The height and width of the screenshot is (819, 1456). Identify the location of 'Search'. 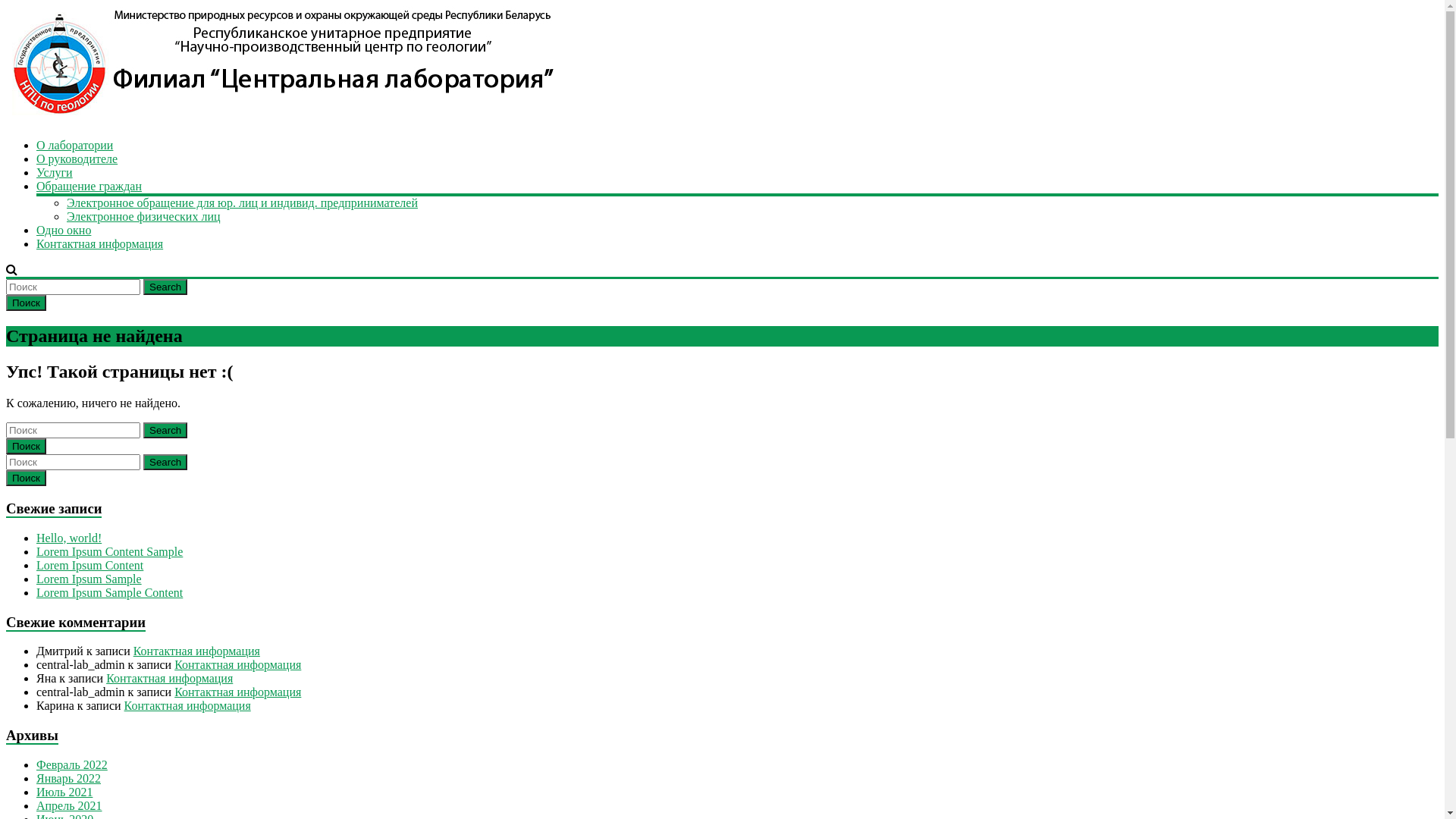
(165, 430).